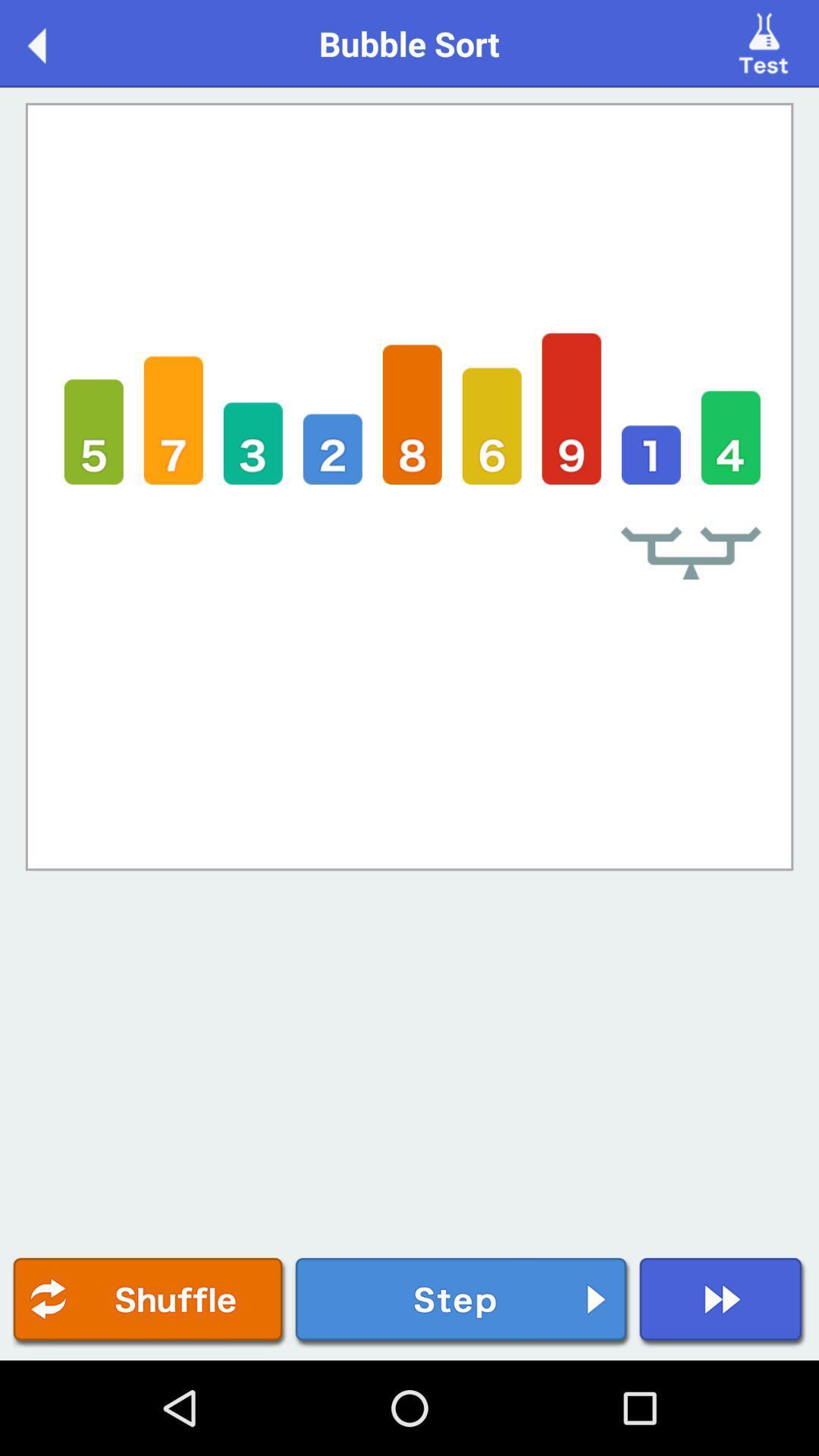 Image resolution: width=819 pixels, height=1456 pixels. Describe the element at coordinates (721, 1301) in the screenshot. I see `next option` at that location.